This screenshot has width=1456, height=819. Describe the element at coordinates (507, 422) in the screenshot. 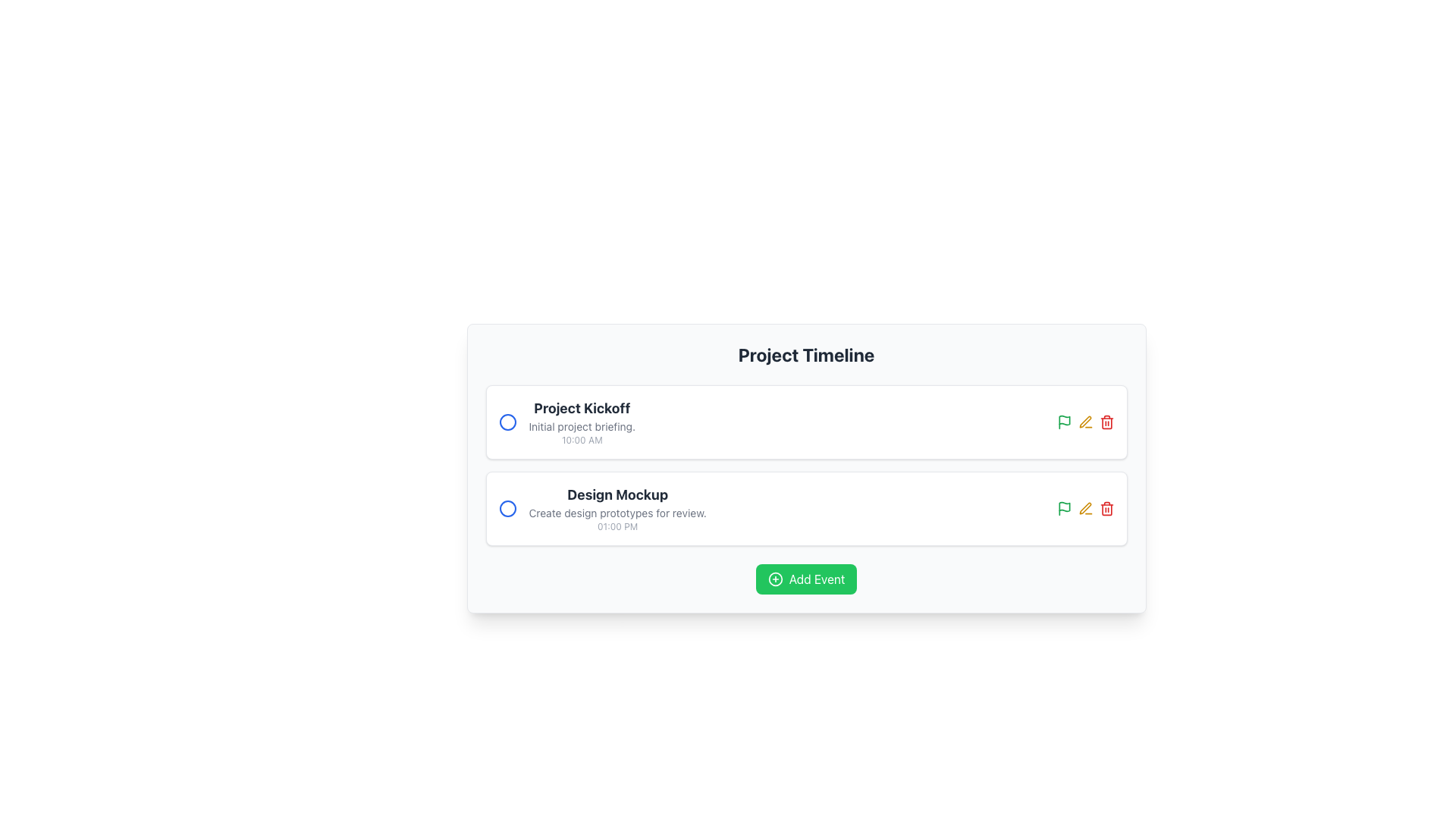

I see `the smaller SVG Circle that indicates status or selection in the leftmost area of the 'Project Kickoff' block` at that location.